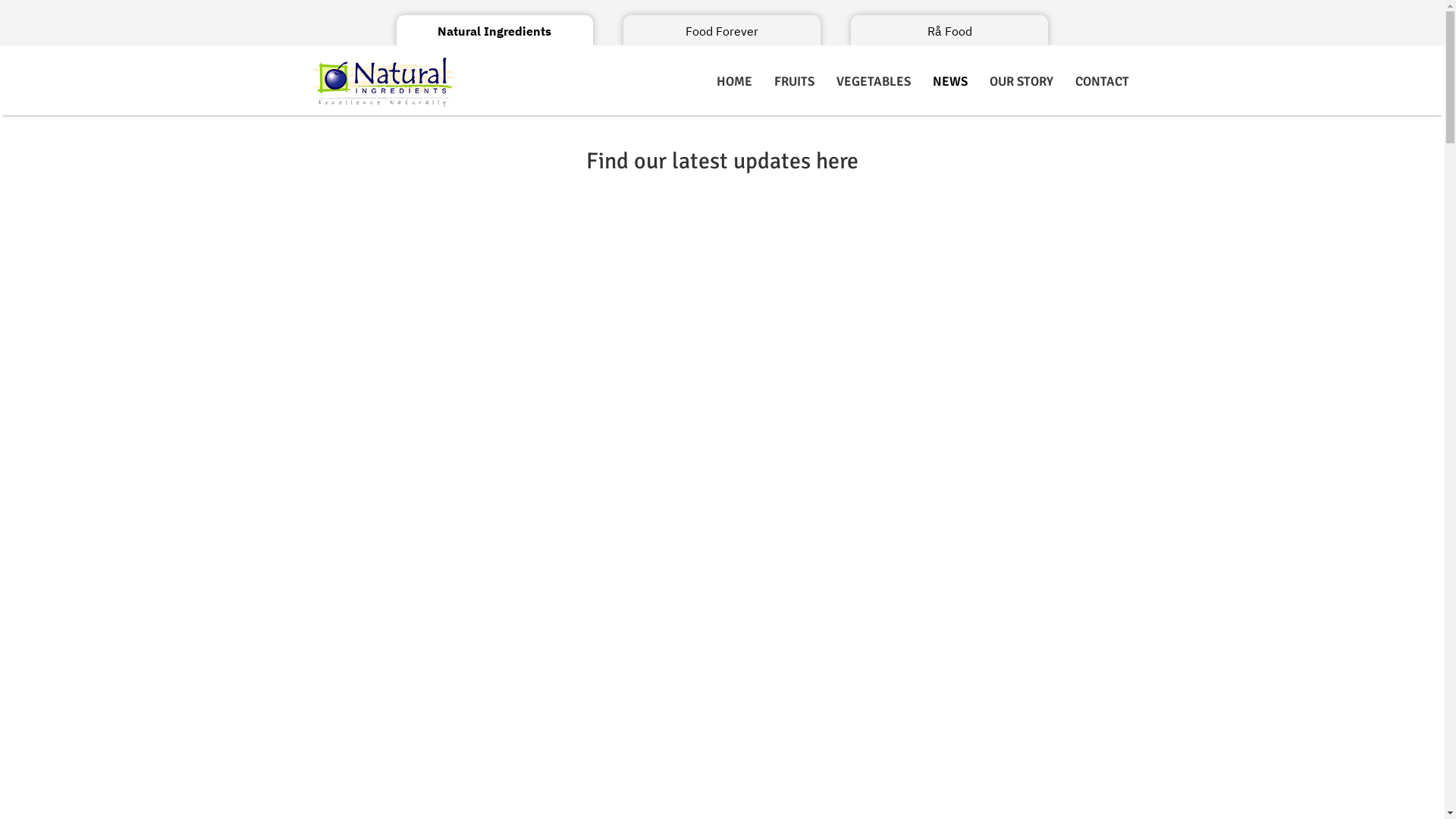 Image resolution: width=1456 pixels, height=819 pixels. I want to click on 'FRUITS', so click(764, 82).